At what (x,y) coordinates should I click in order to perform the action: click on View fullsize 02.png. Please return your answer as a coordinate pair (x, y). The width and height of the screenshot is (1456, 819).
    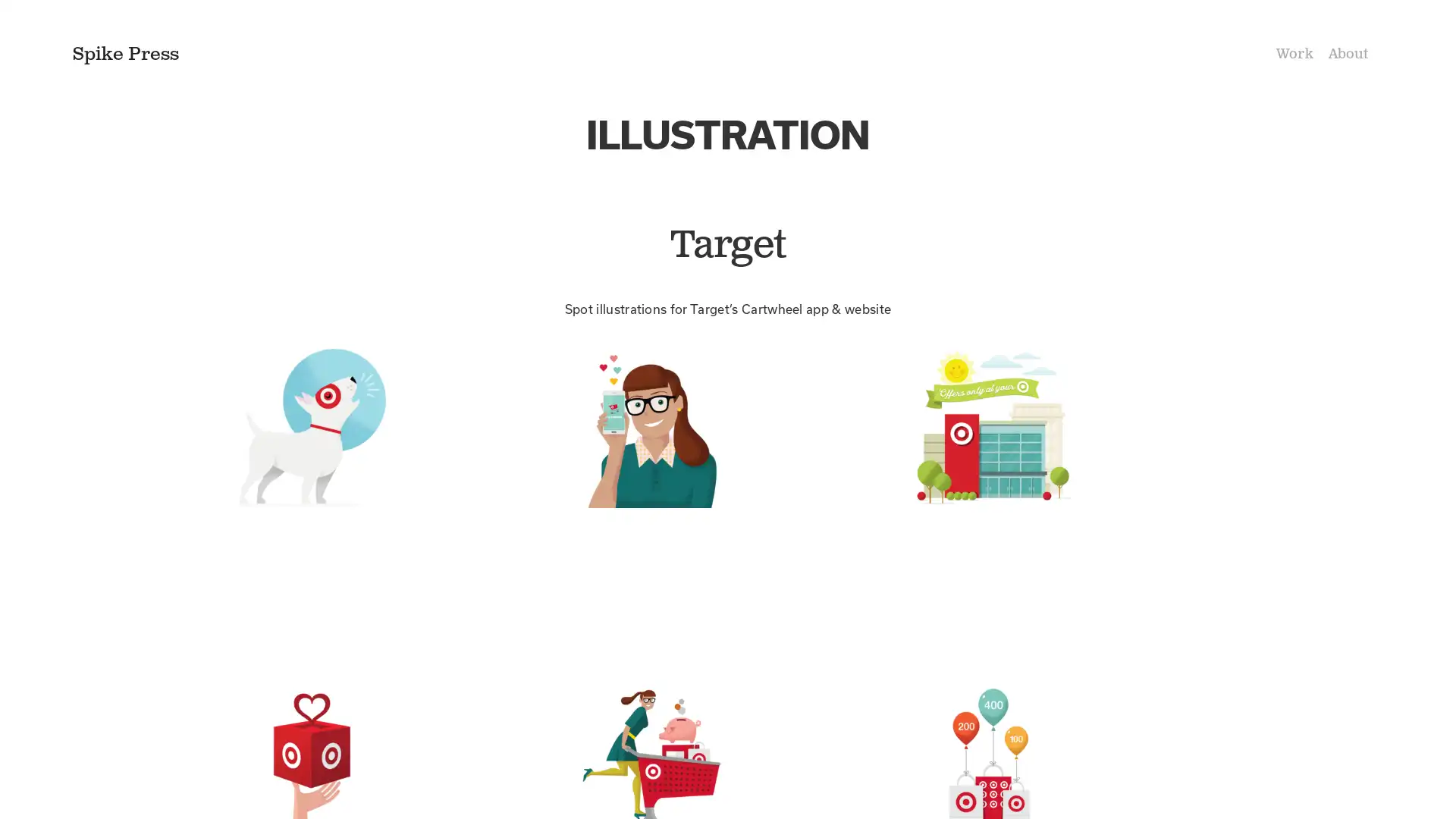
    Looking at the image, I should click on (726, 500).